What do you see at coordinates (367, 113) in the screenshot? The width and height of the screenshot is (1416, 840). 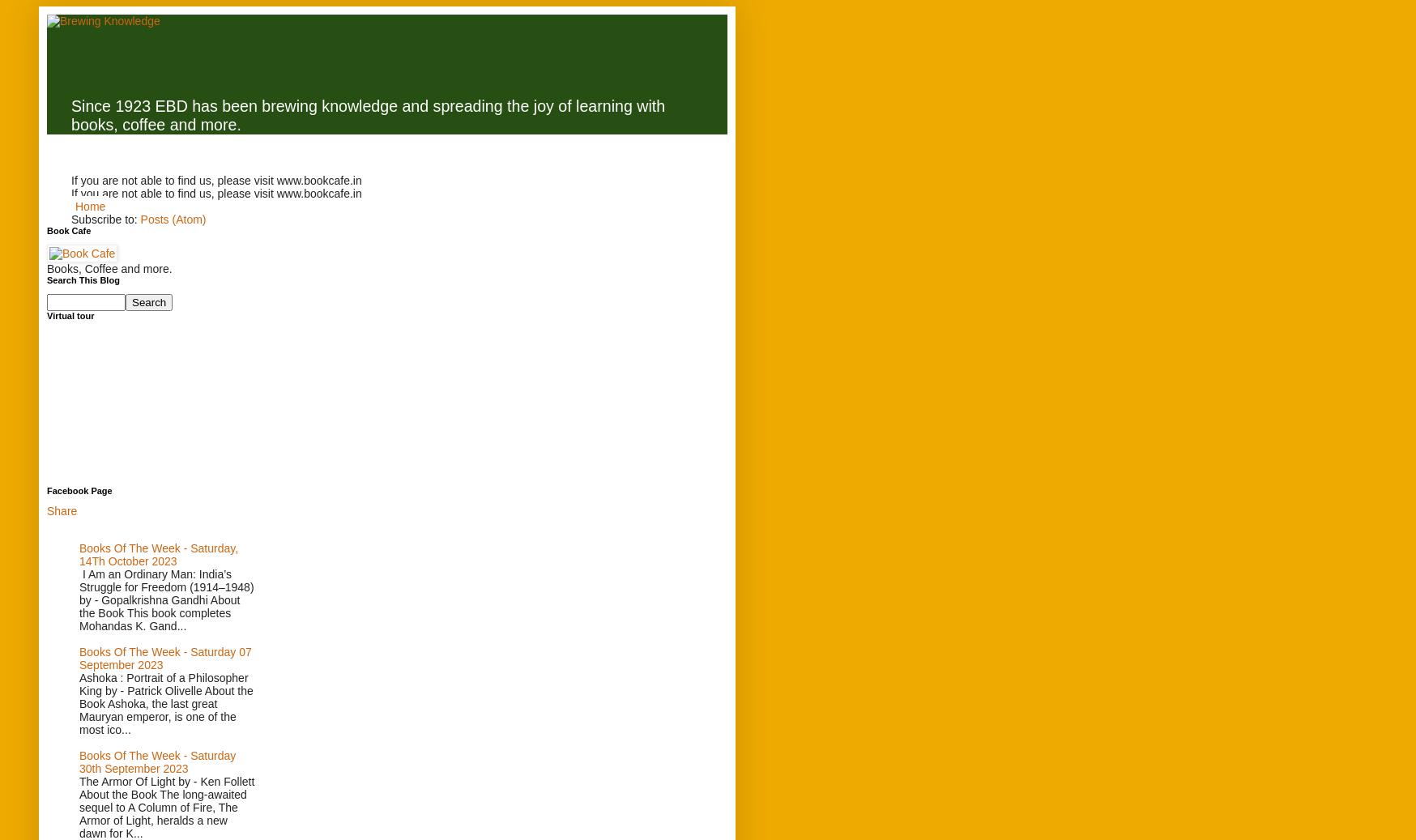 I see `'Since 1923 EBD has been brewing knowledge and spreading the joy of learning with books, coffee and more.'` at bounding box center [367, 113].